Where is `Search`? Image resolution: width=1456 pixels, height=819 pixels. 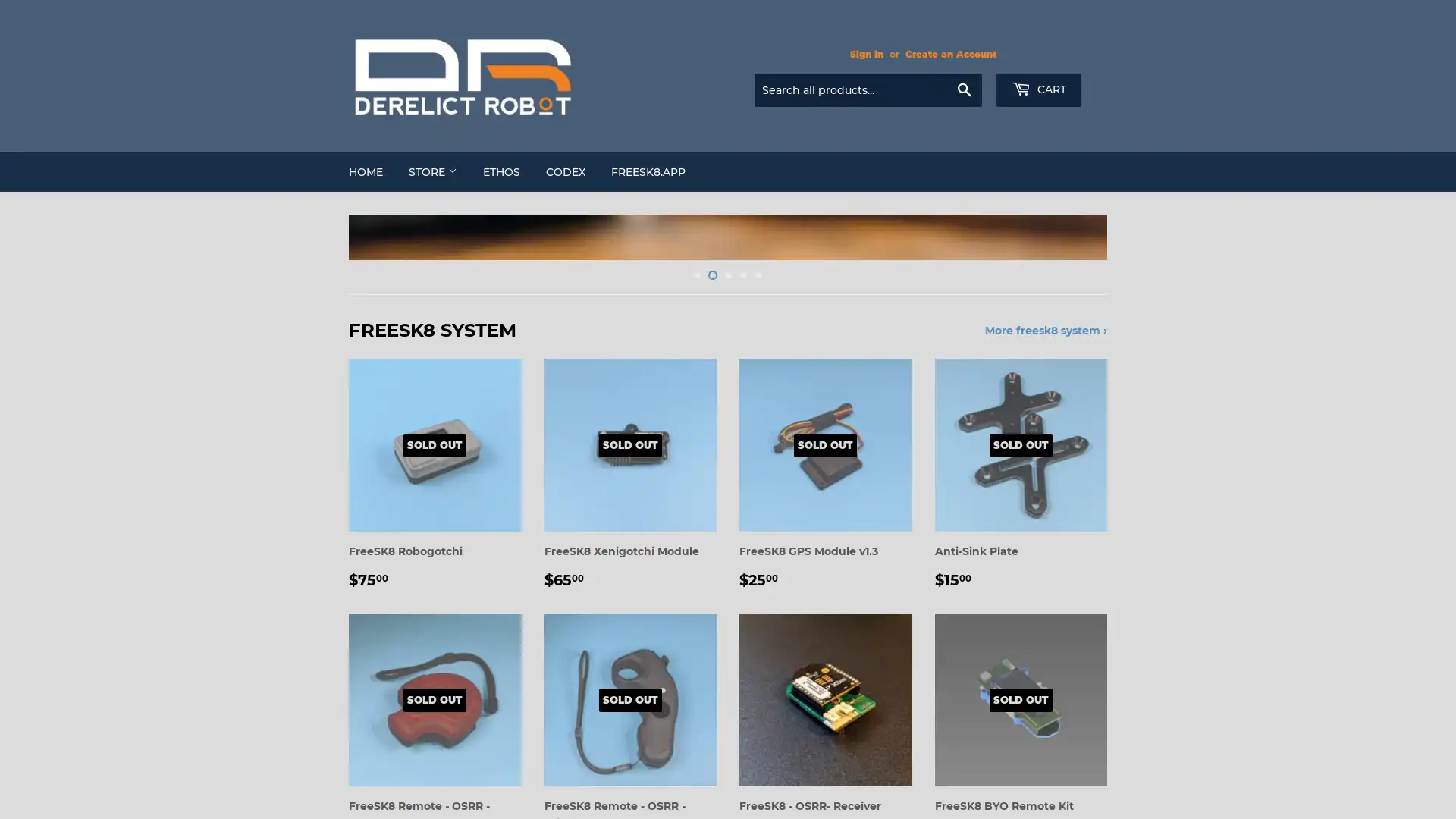 Search is located at coordinates (963, 90).